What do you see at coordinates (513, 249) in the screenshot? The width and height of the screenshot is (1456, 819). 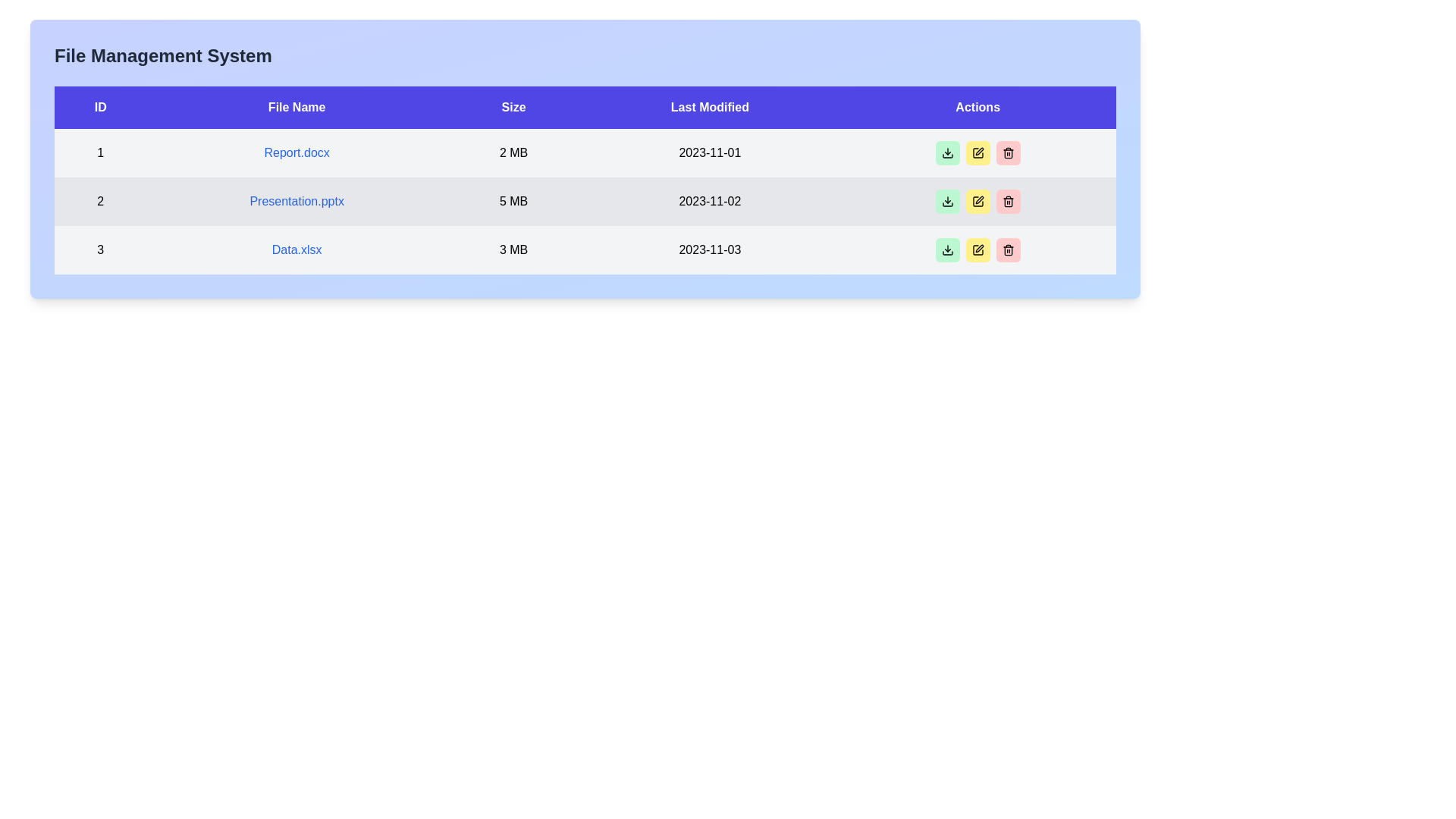 I see `the table cell content displaying '3 MB' in the third row under the 'Size' header` at bounding box center [513, 249].